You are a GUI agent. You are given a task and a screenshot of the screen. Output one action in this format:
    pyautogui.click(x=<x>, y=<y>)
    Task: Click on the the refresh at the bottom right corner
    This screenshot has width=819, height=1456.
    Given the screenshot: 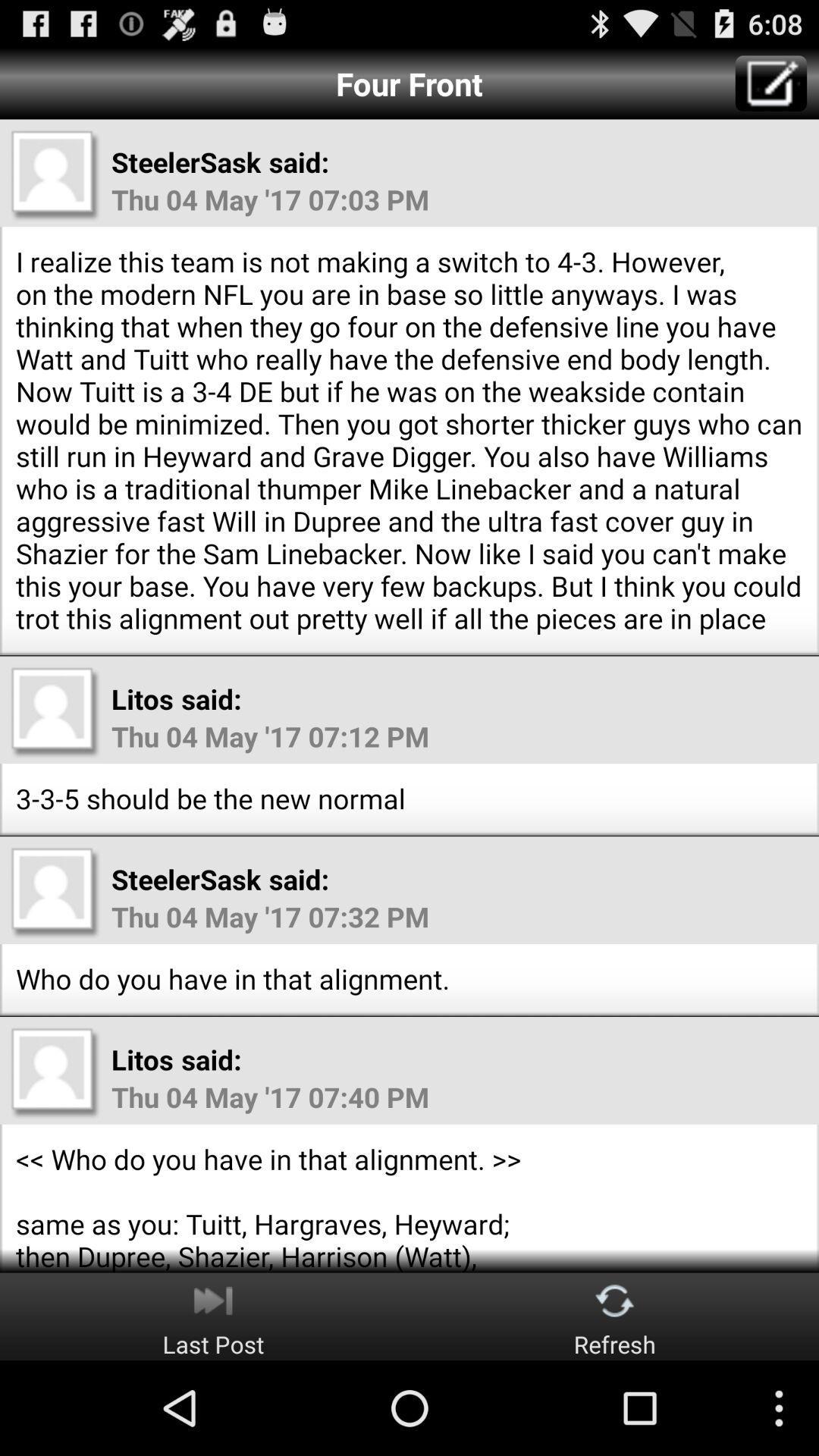 What is the action you would take?
    pyautogui.click(x=615, y=1316)
    